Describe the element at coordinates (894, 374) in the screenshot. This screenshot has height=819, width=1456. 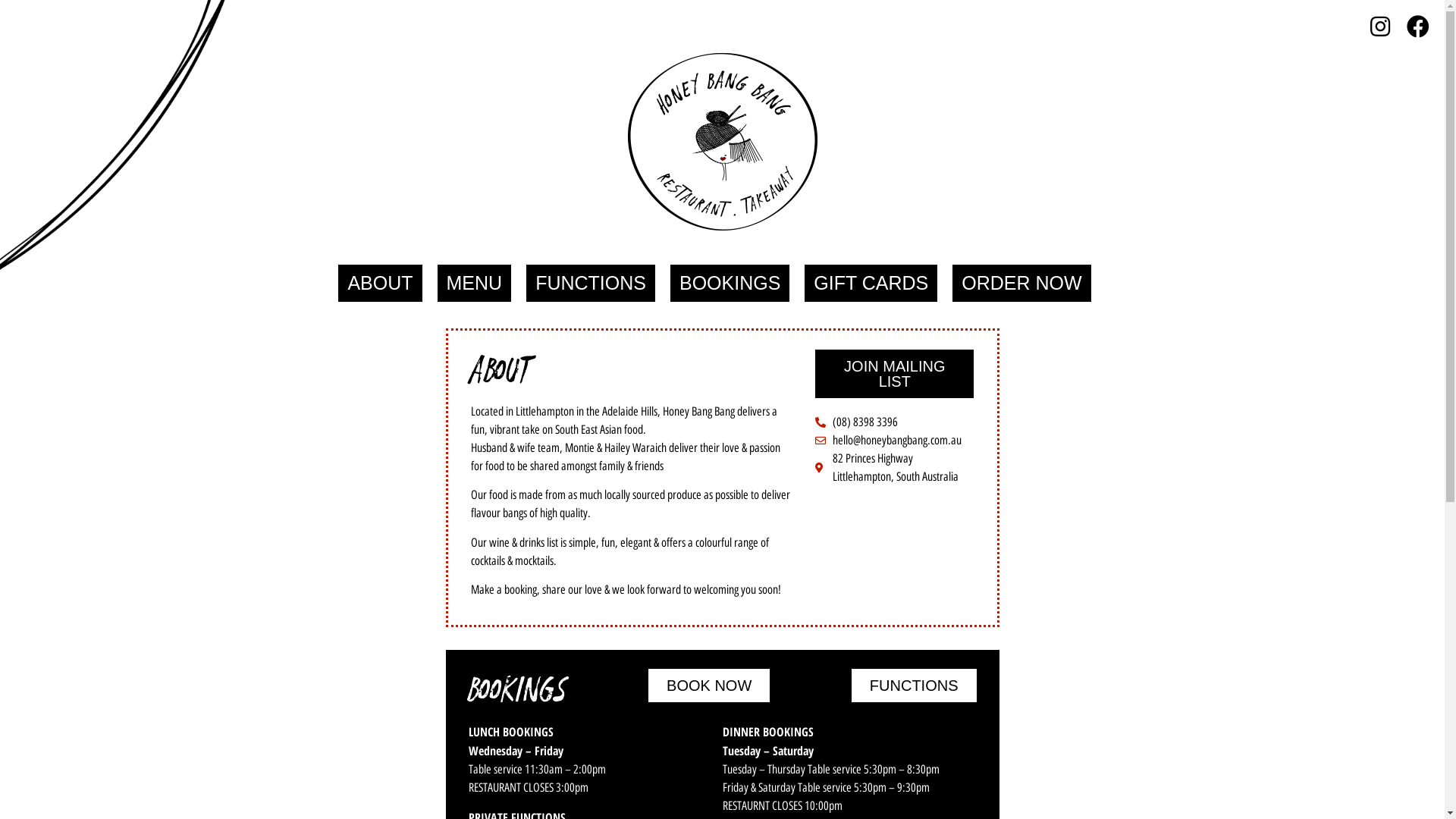
I see `'JOIN MAILING LIST'` at that location.